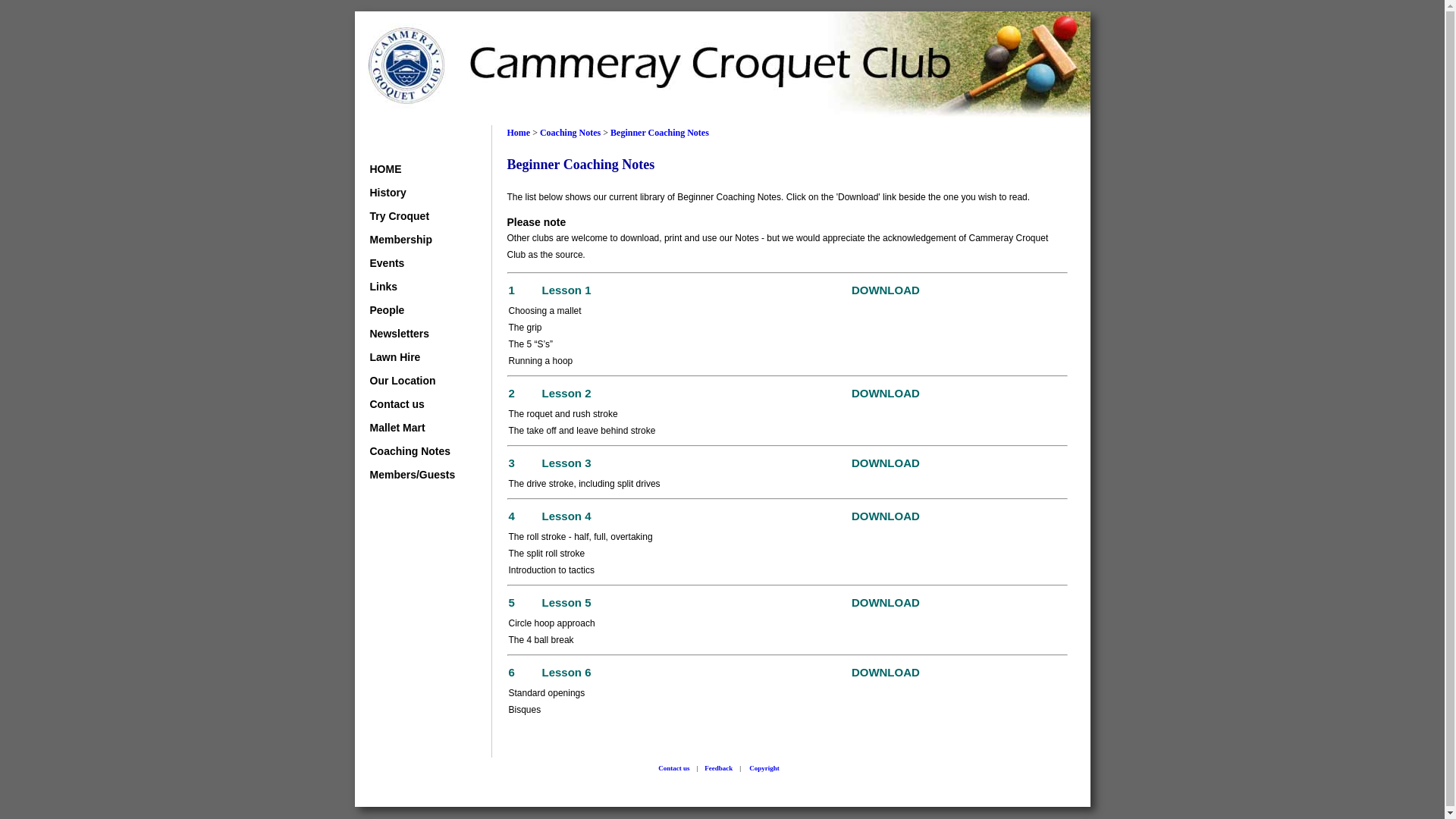 The height and width of the screenshot is (819, 1456). Describe the element at coordinates (717, 768) in the screenshot. I see `'Feedback'` at that location.